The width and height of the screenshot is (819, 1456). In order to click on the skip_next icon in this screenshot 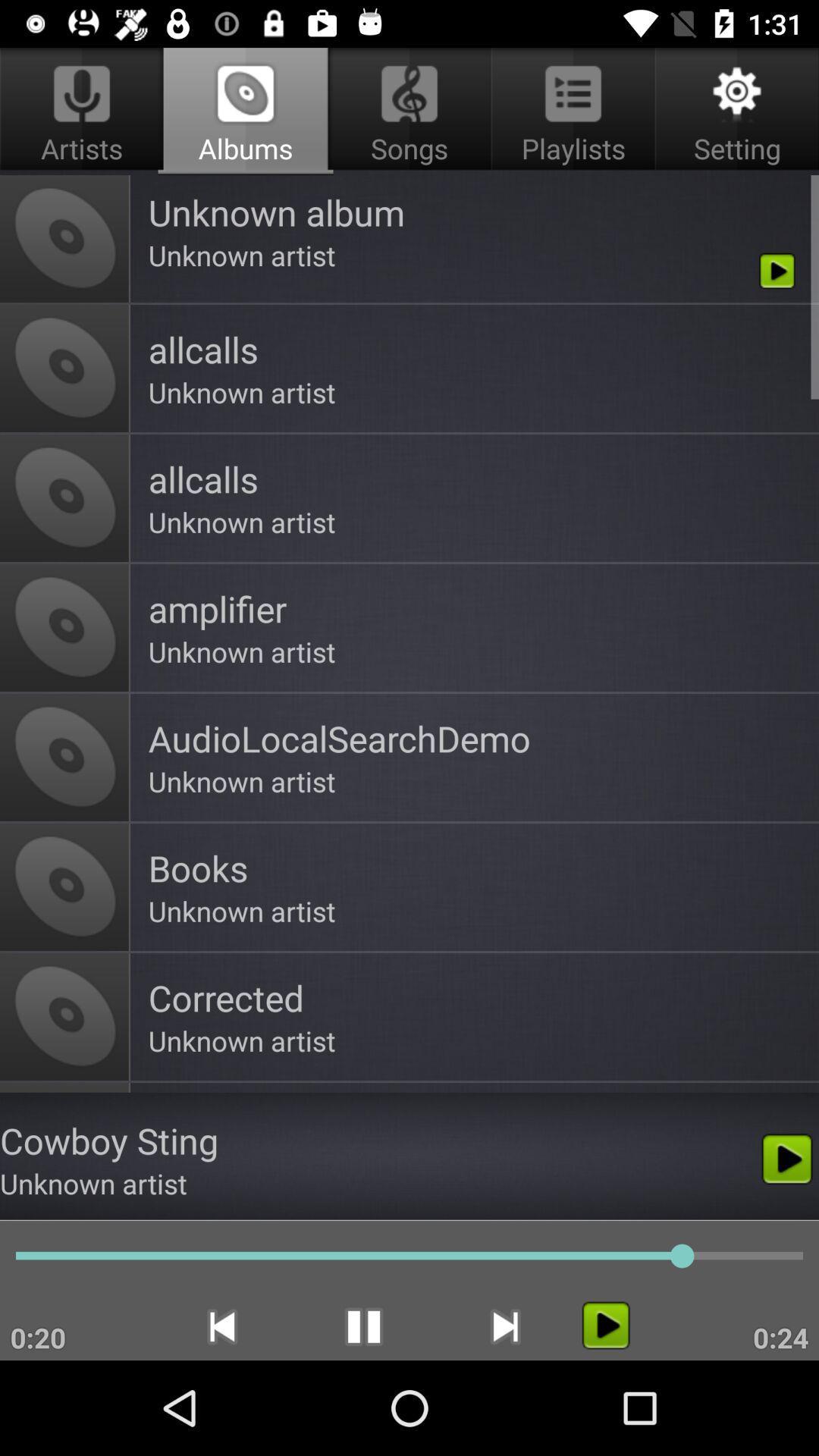, I will do `click(505, 1326)`.